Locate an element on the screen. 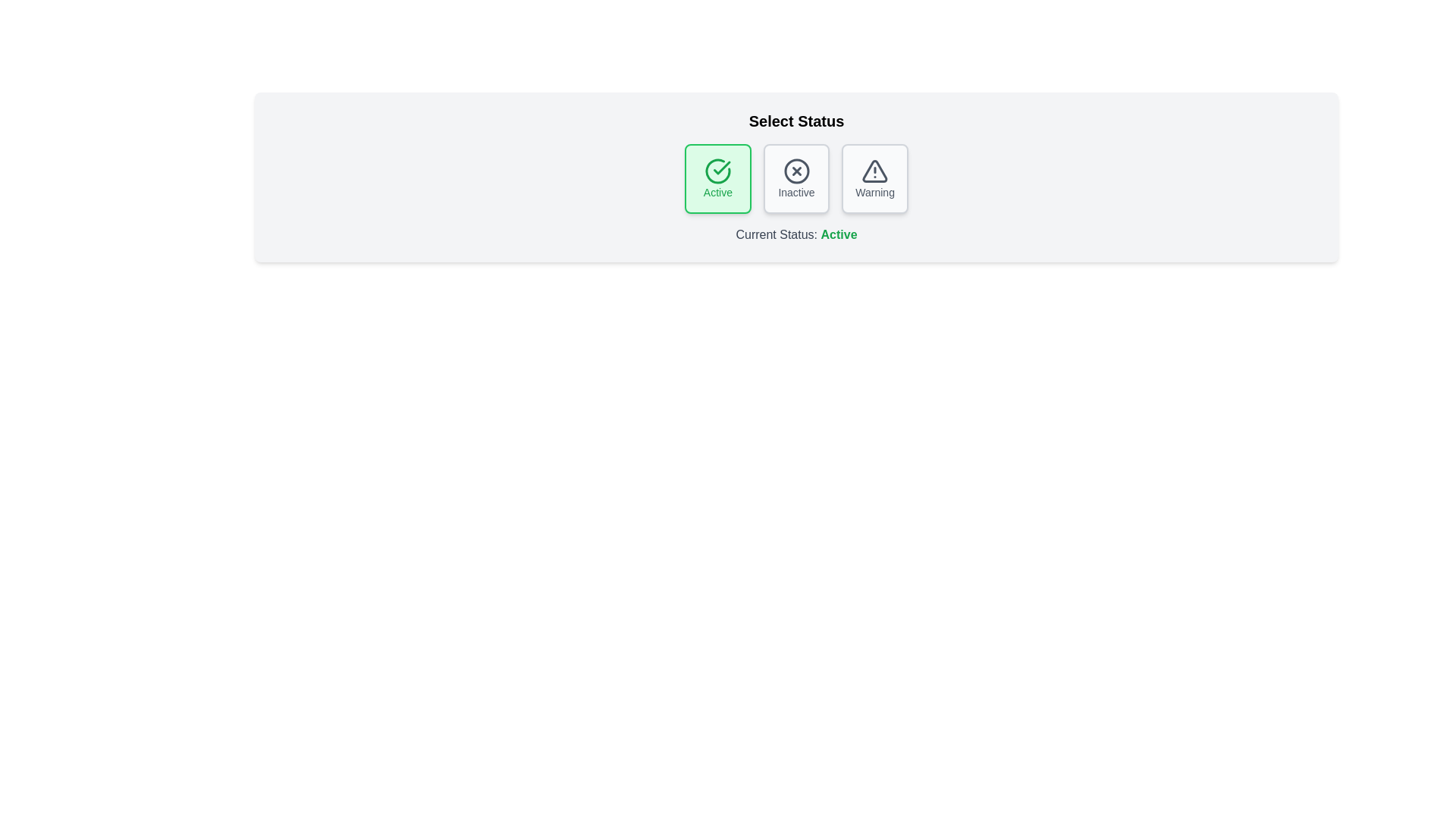 This screenshot has height=819, width=1456. the button corresponding to the status Warning is located at coordinates (875, 177).